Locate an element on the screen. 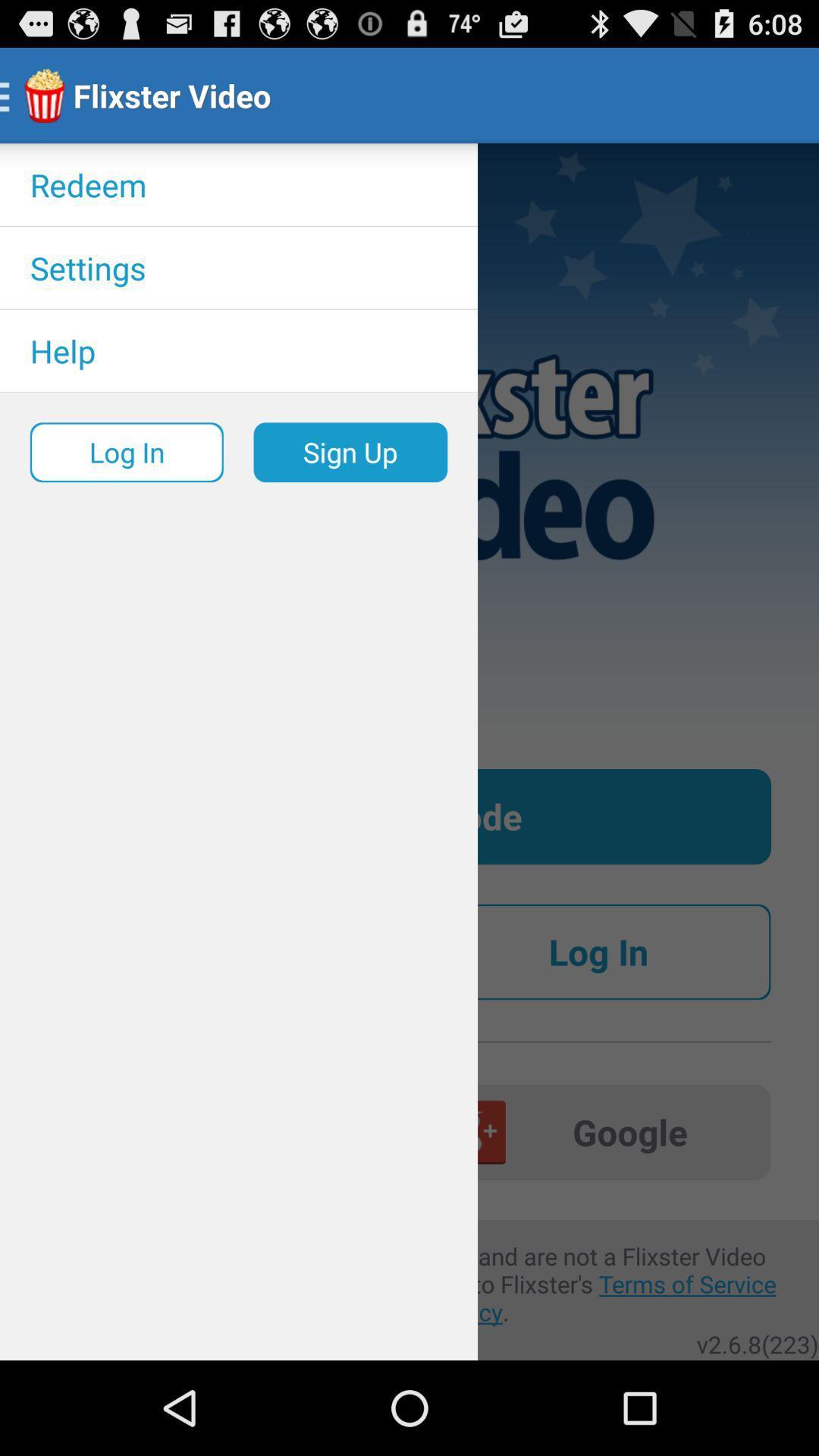 This screenshot has height=1456, width=819. sign up is located at coordinates (350, 451).